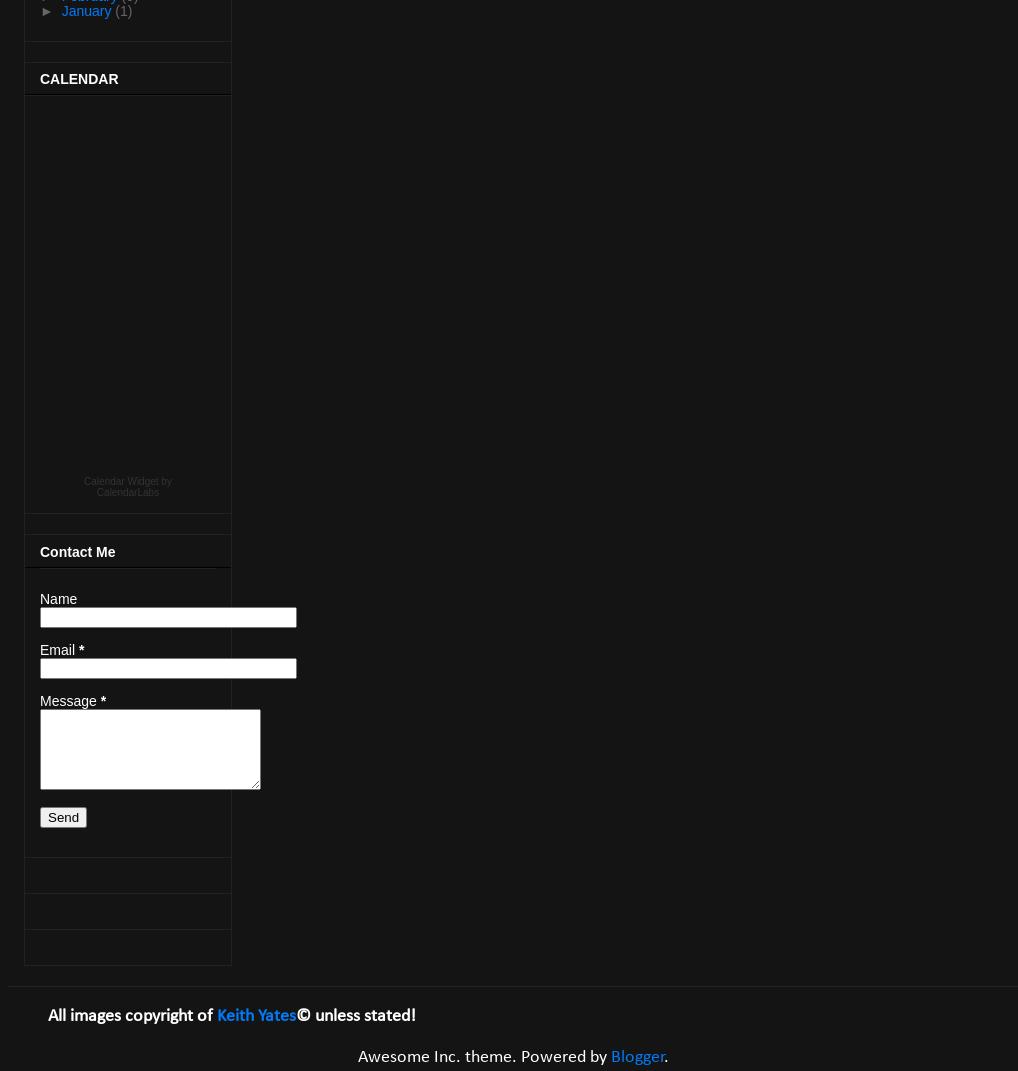  Describe the element at coordinates (131, 1015) in the screenshot. I see `'All images copyright of'` at that location.